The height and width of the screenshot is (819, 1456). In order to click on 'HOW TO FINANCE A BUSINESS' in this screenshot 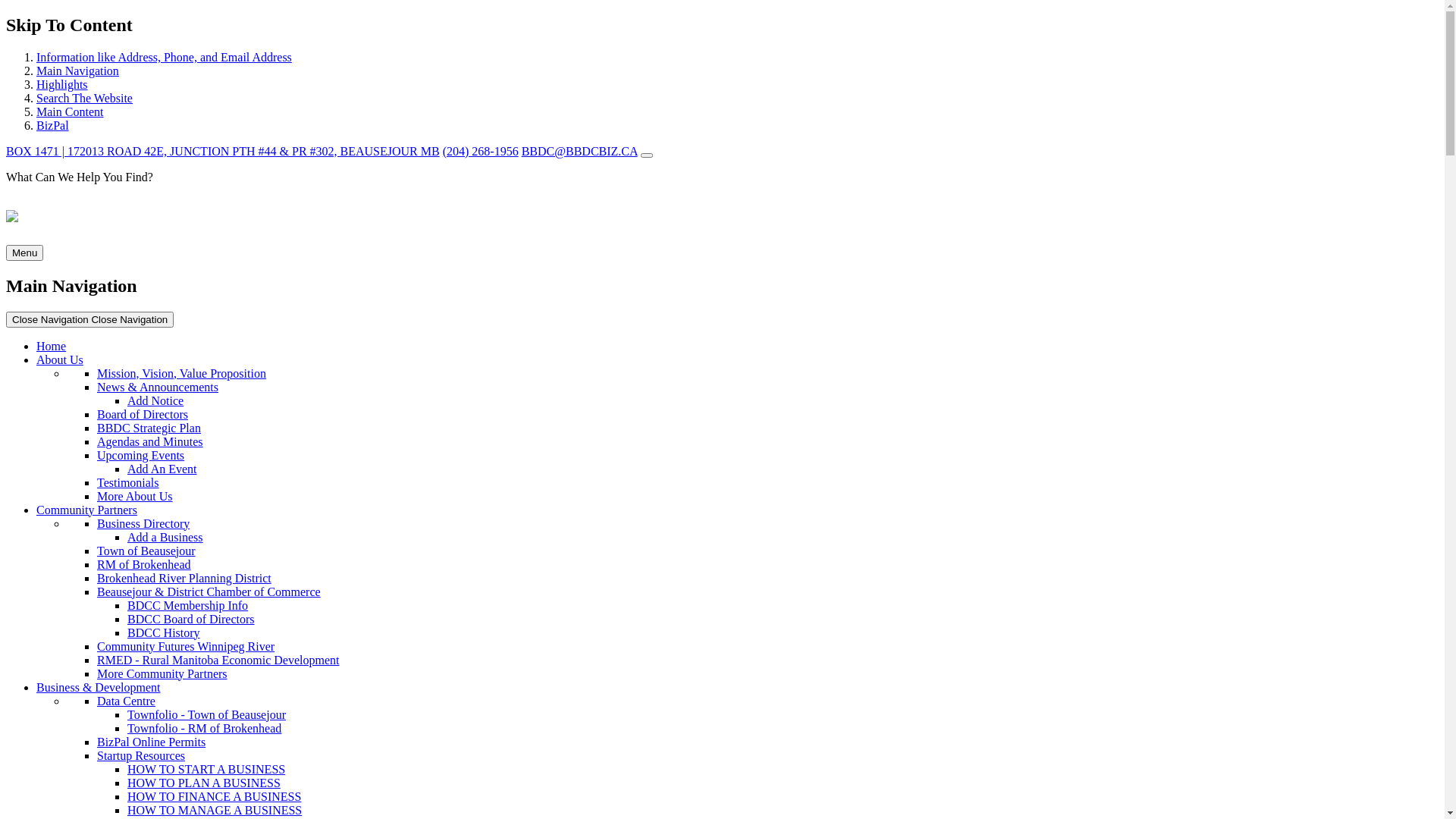, I will do `click(213, 795)`.